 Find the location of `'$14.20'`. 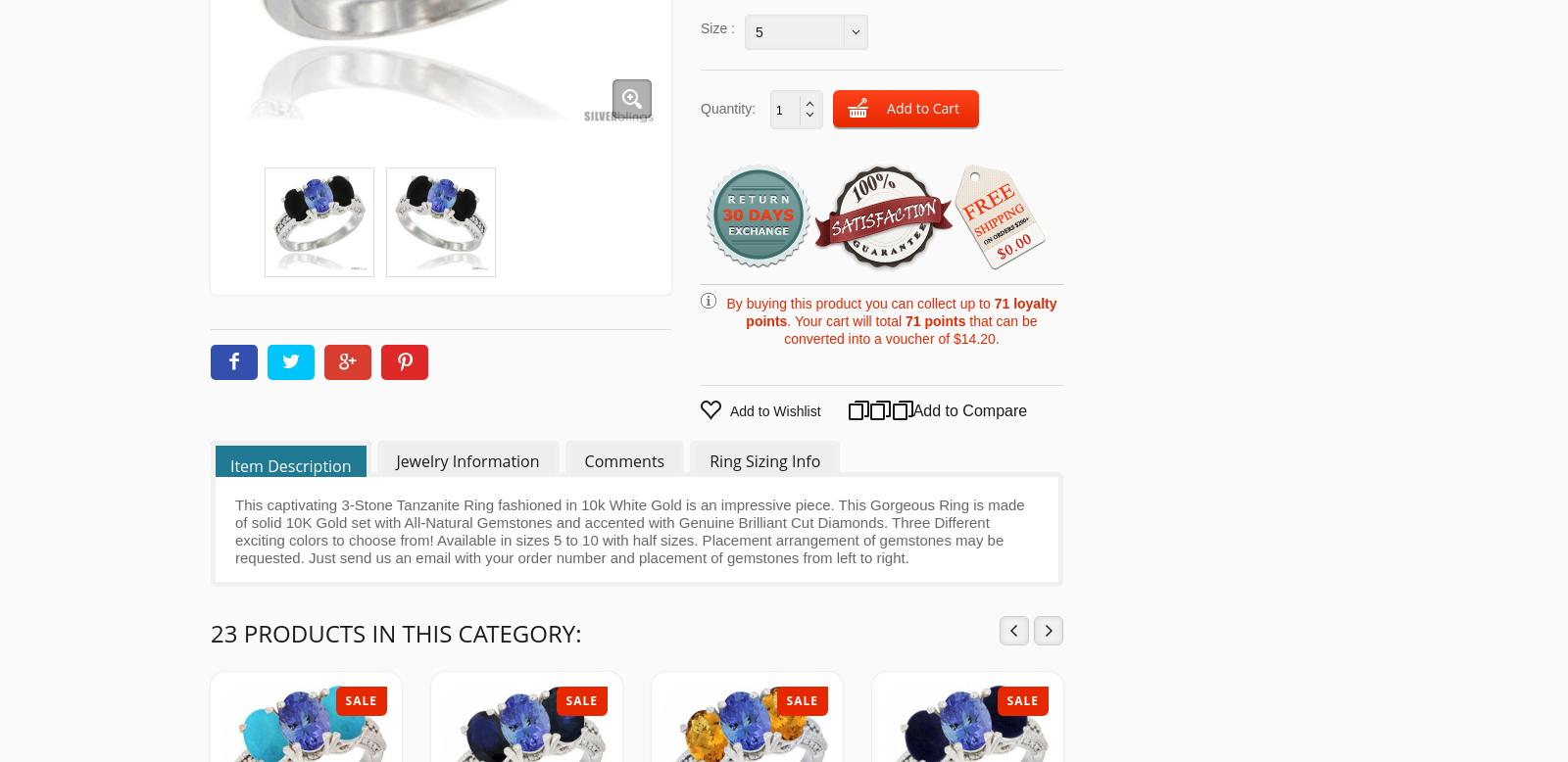

'$14.20' is located at coordinates (973, 337).